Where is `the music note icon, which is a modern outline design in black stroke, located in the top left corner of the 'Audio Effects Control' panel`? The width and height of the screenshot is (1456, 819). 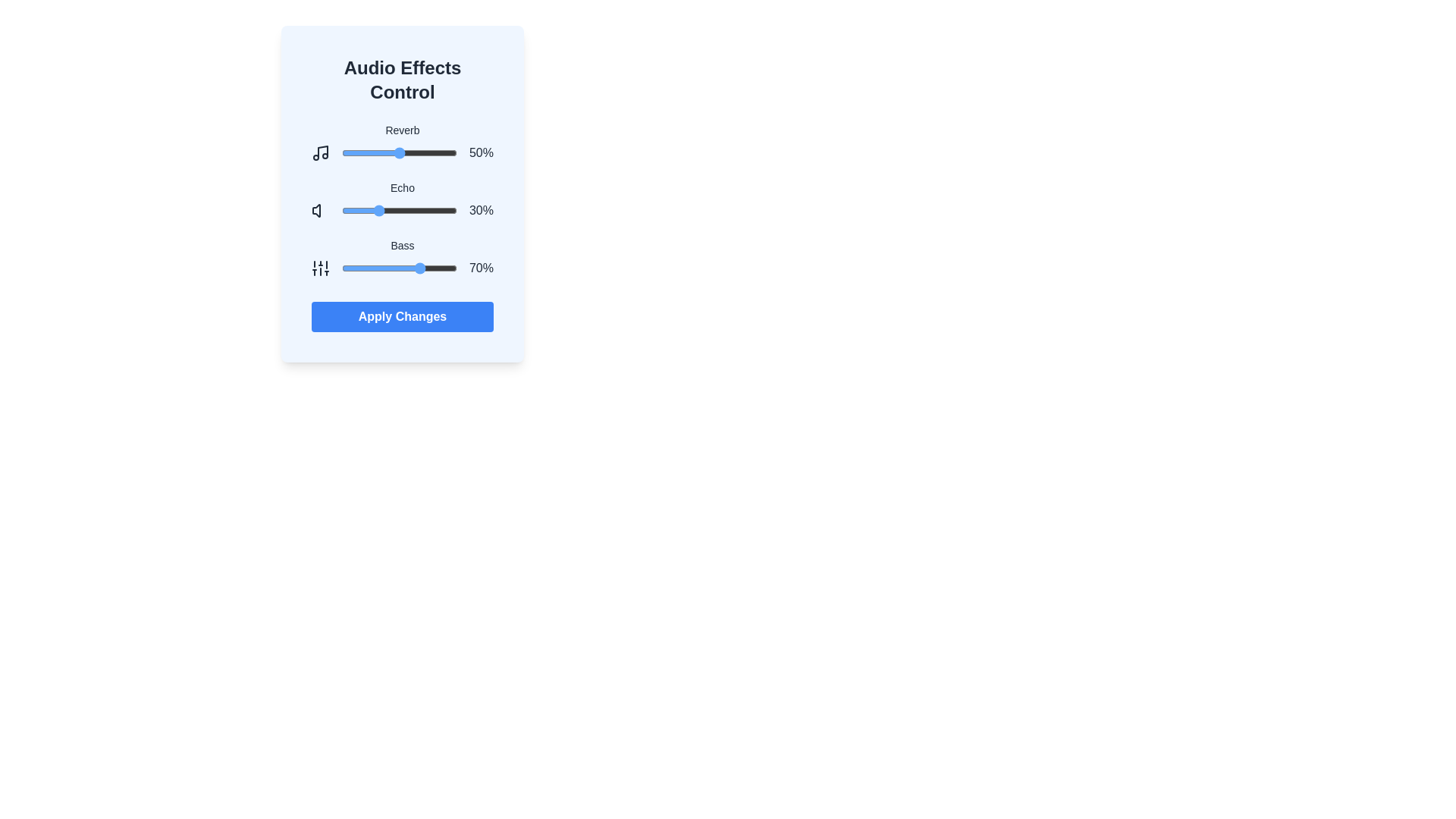
the music note icon, which is a modern outline design in black stroke, located in the top left corner of the 'Audio Effects Control' panel is located at coordinates (319, 152).